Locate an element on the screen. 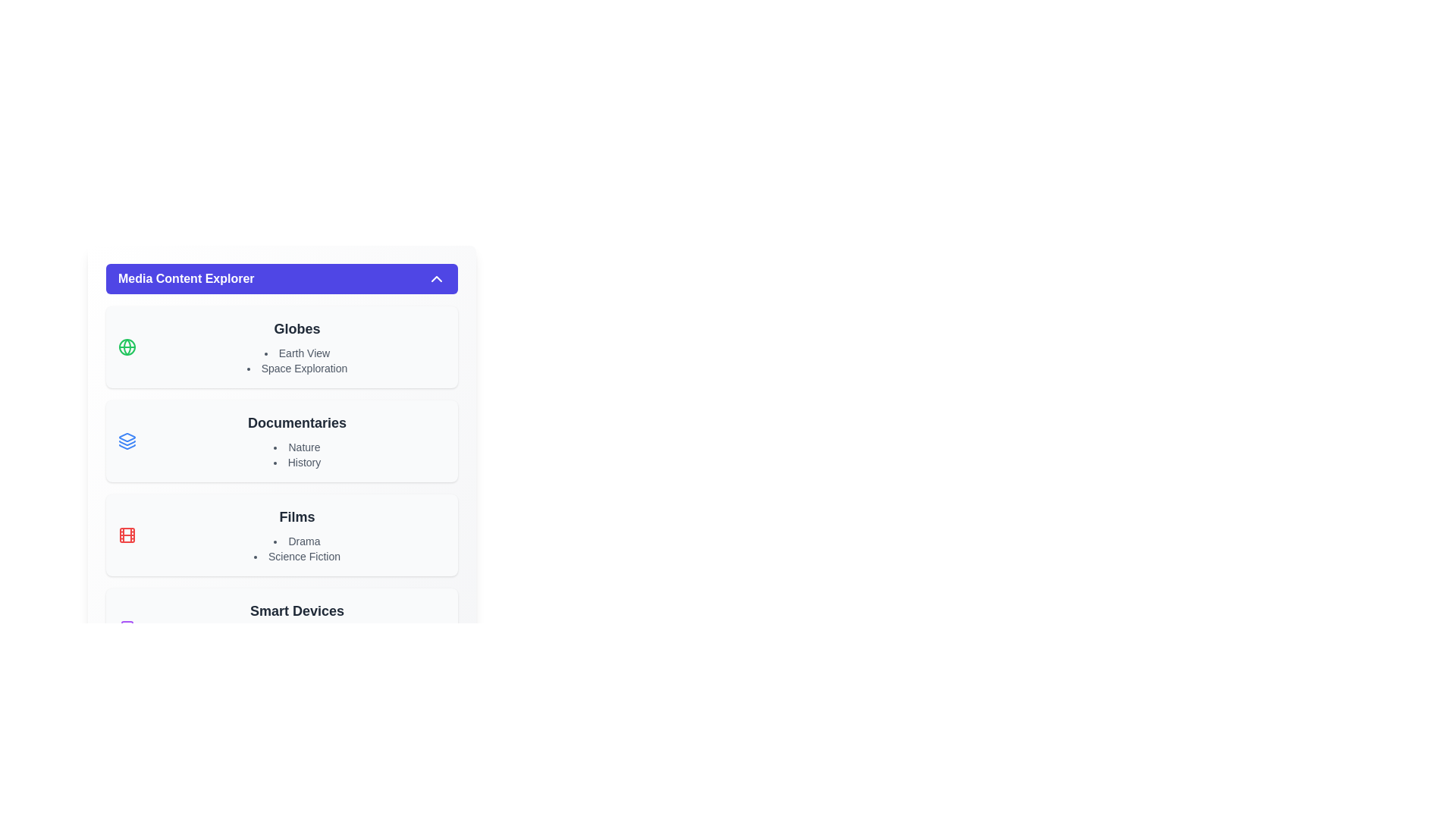 This screenshot has width=1456, height=819. the icon representing the category 'Documentaries', located at the top-left corner of the 'Documentaries' section, before the text 'DocumentariesNatureHistory' is located at coordinates (127, 441).